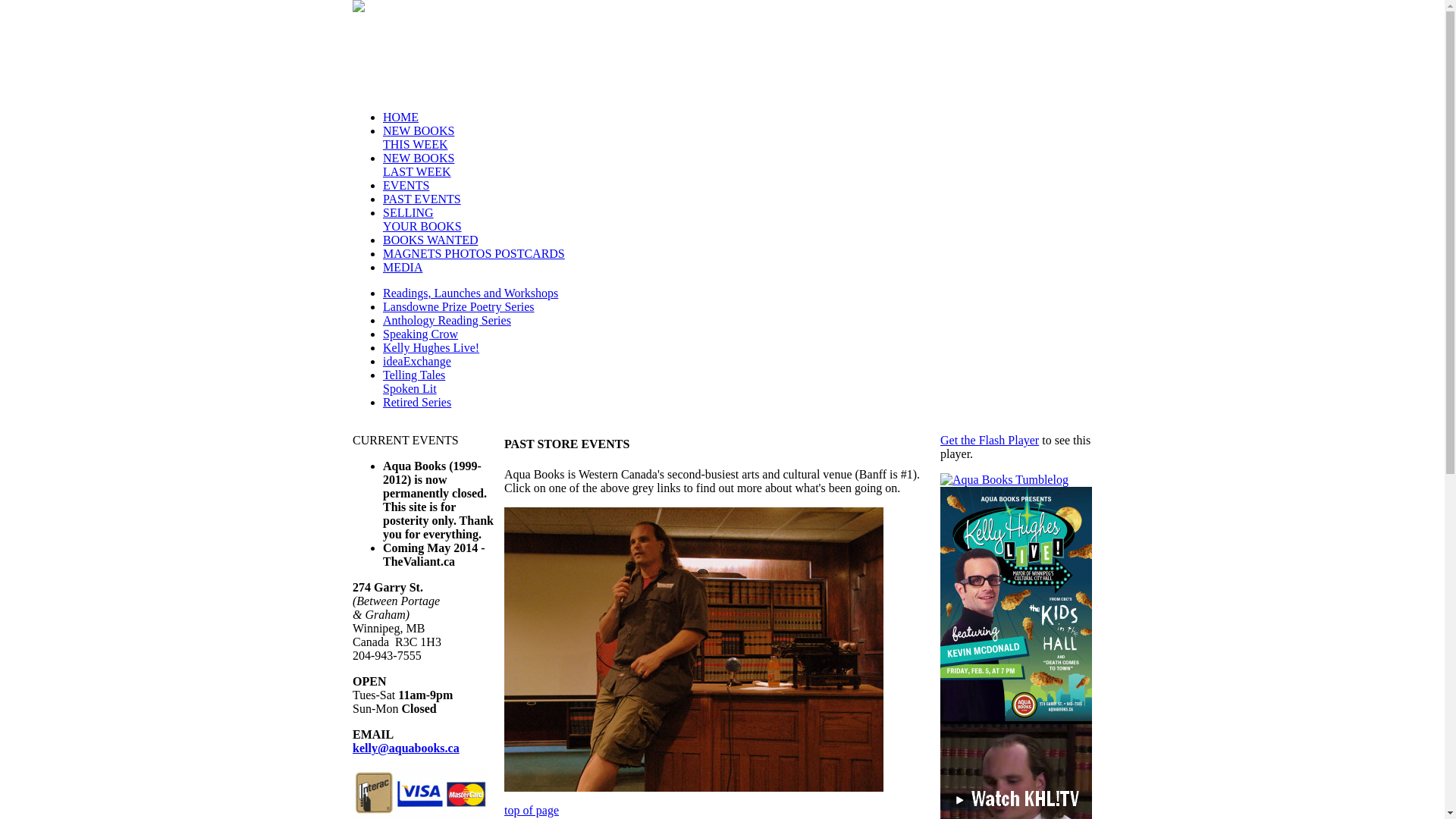 Image resolution: width=1456 pixels, height=819 pixels. I want to click on 'Readings, Launches and Workshops', so click(469, 293).